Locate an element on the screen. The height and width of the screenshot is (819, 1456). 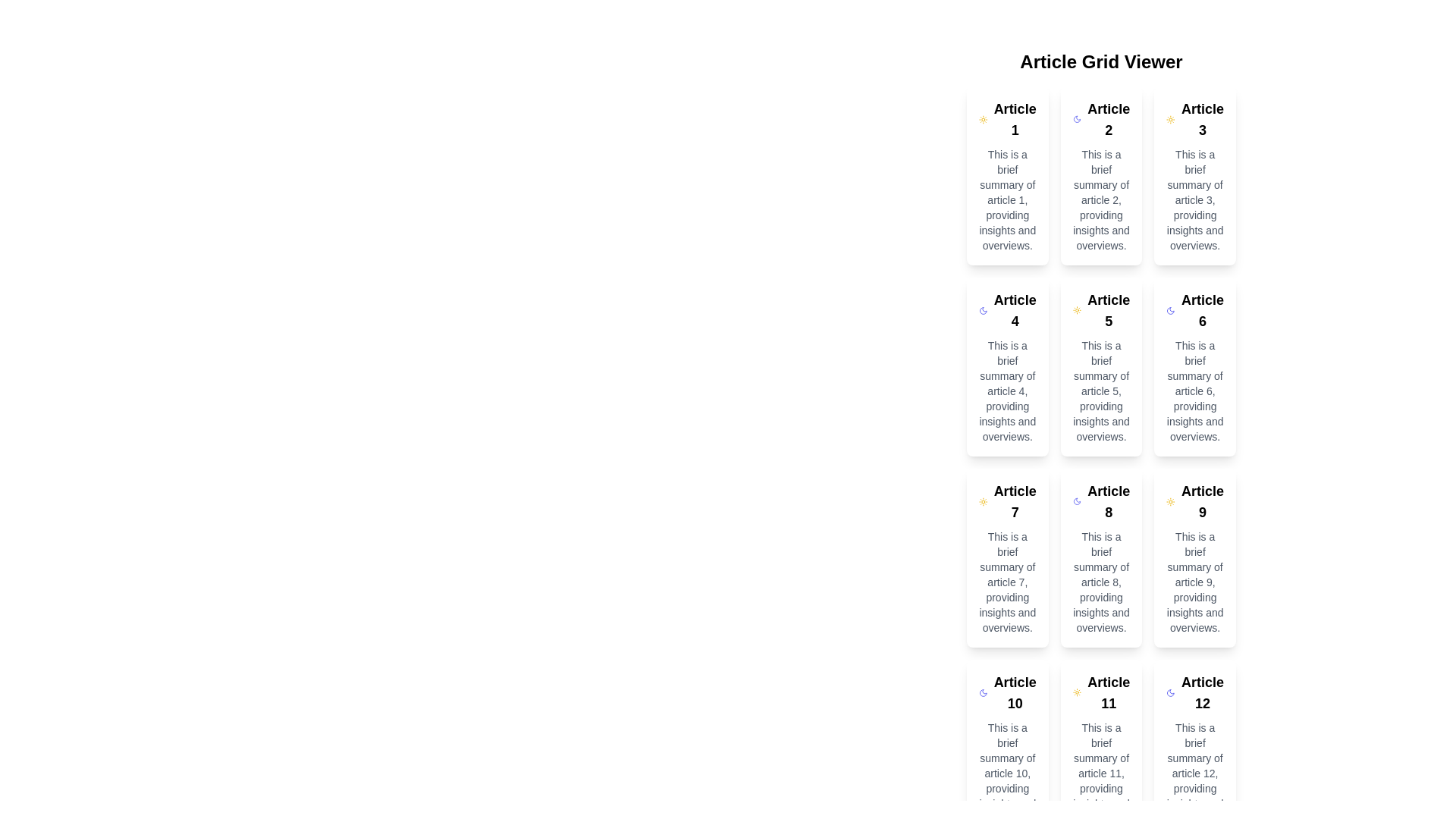
the Textual Label that serves as the header for the article card titled 'Article 5', located in the second row, second column of the grid layout is located at coordinates (1101, 309).